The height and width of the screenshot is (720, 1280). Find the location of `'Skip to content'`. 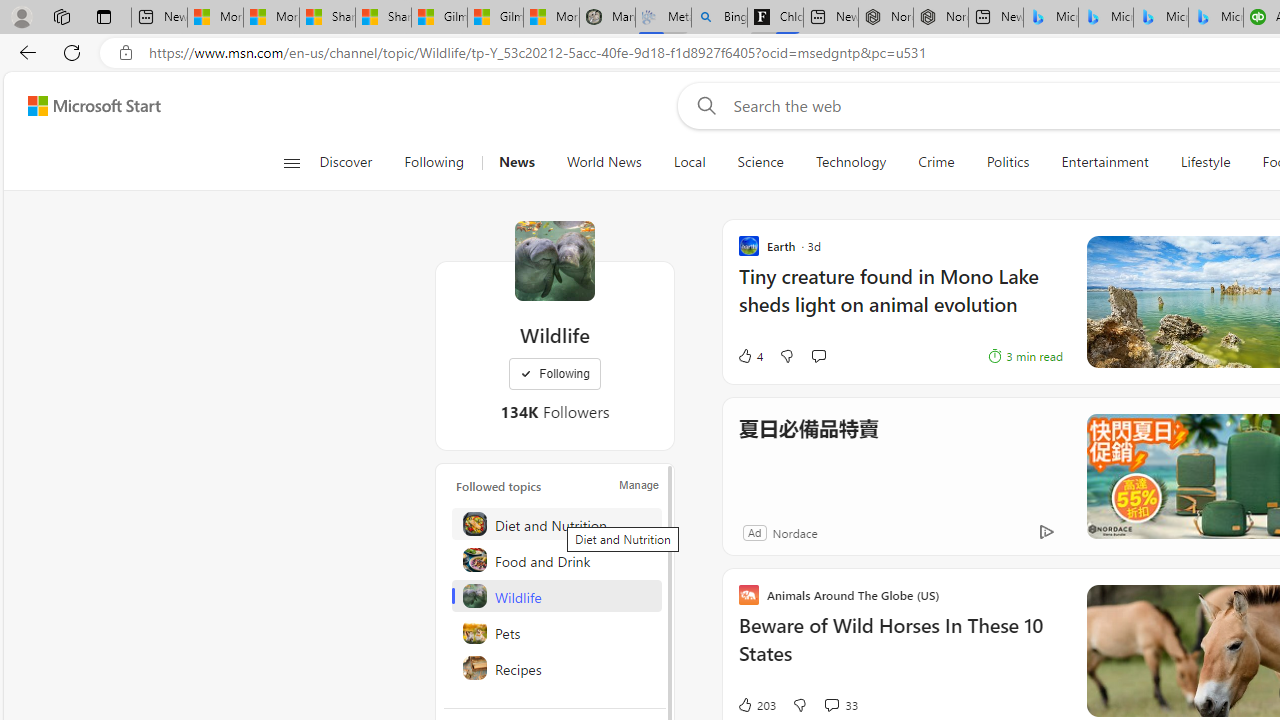

'Skip to content' is located at coordinates (86, 105).